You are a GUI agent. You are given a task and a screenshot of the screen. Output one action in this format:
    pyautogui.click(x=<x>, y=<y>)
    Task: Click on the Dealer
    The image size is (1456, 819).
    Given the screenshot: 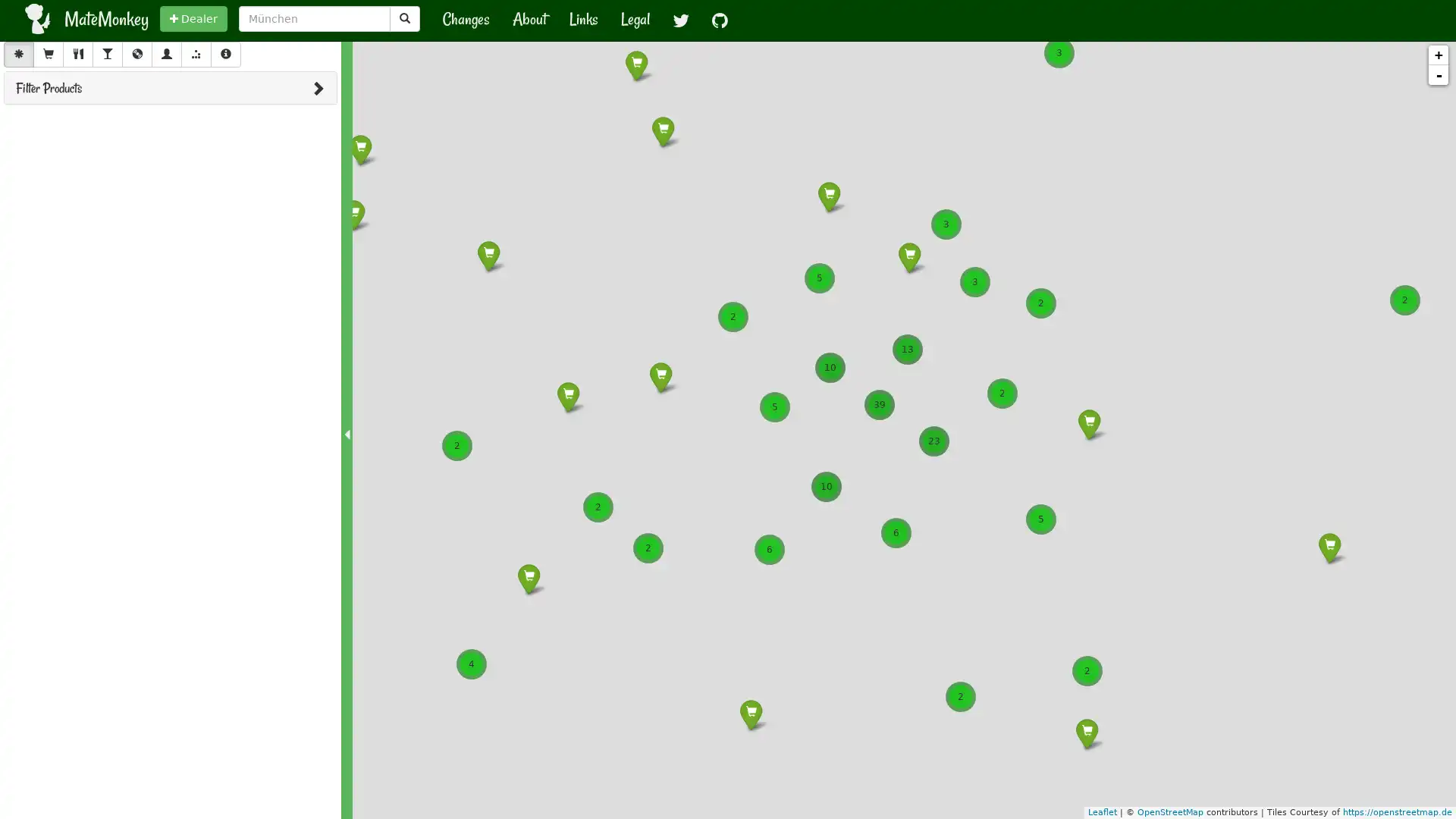 What is the action you would take?
    pyautogui.click(x=193, y=18)
    